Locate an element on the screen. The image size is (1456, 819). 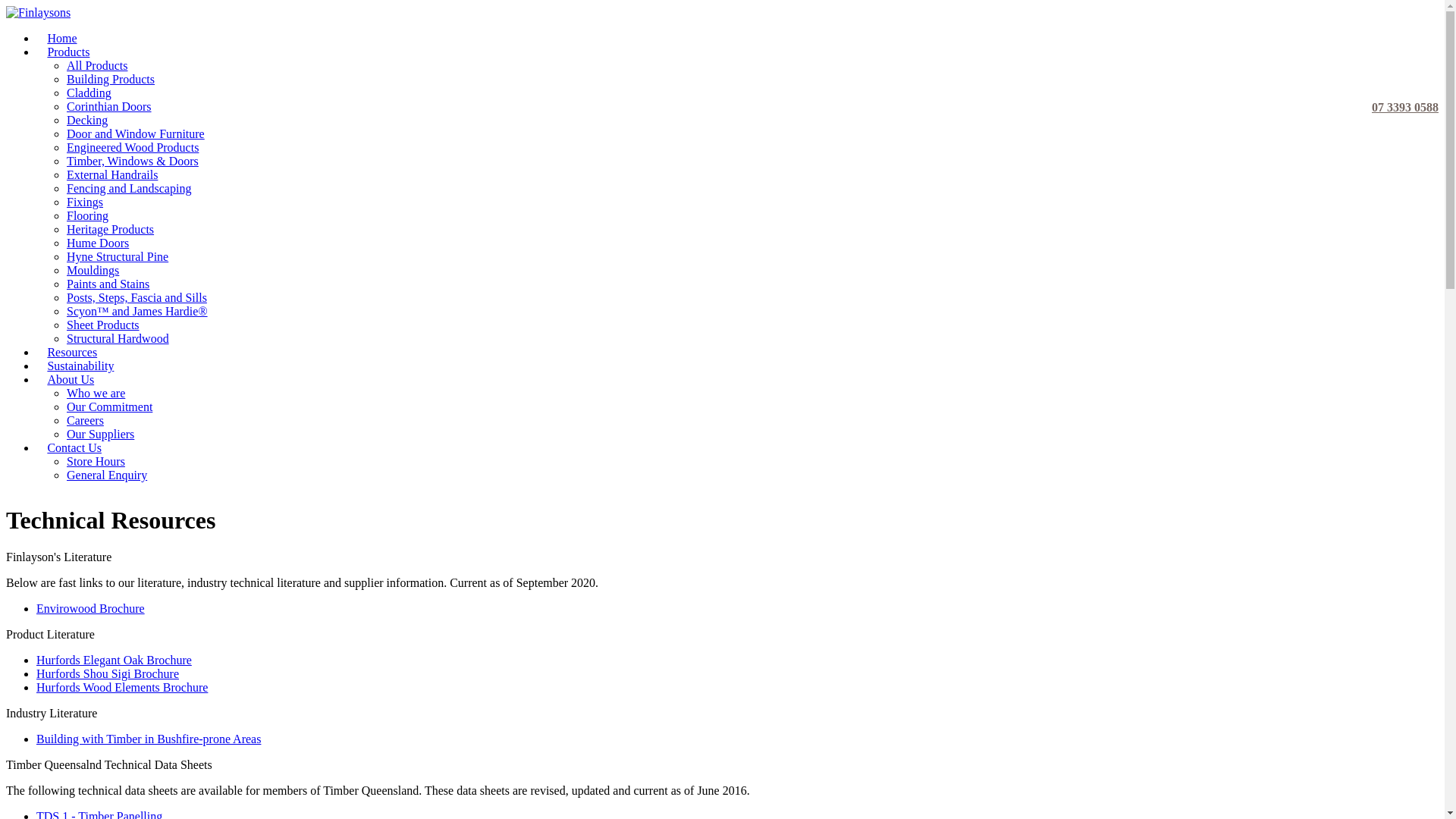
'General Enquiry' is located at coordinates (105, 474).